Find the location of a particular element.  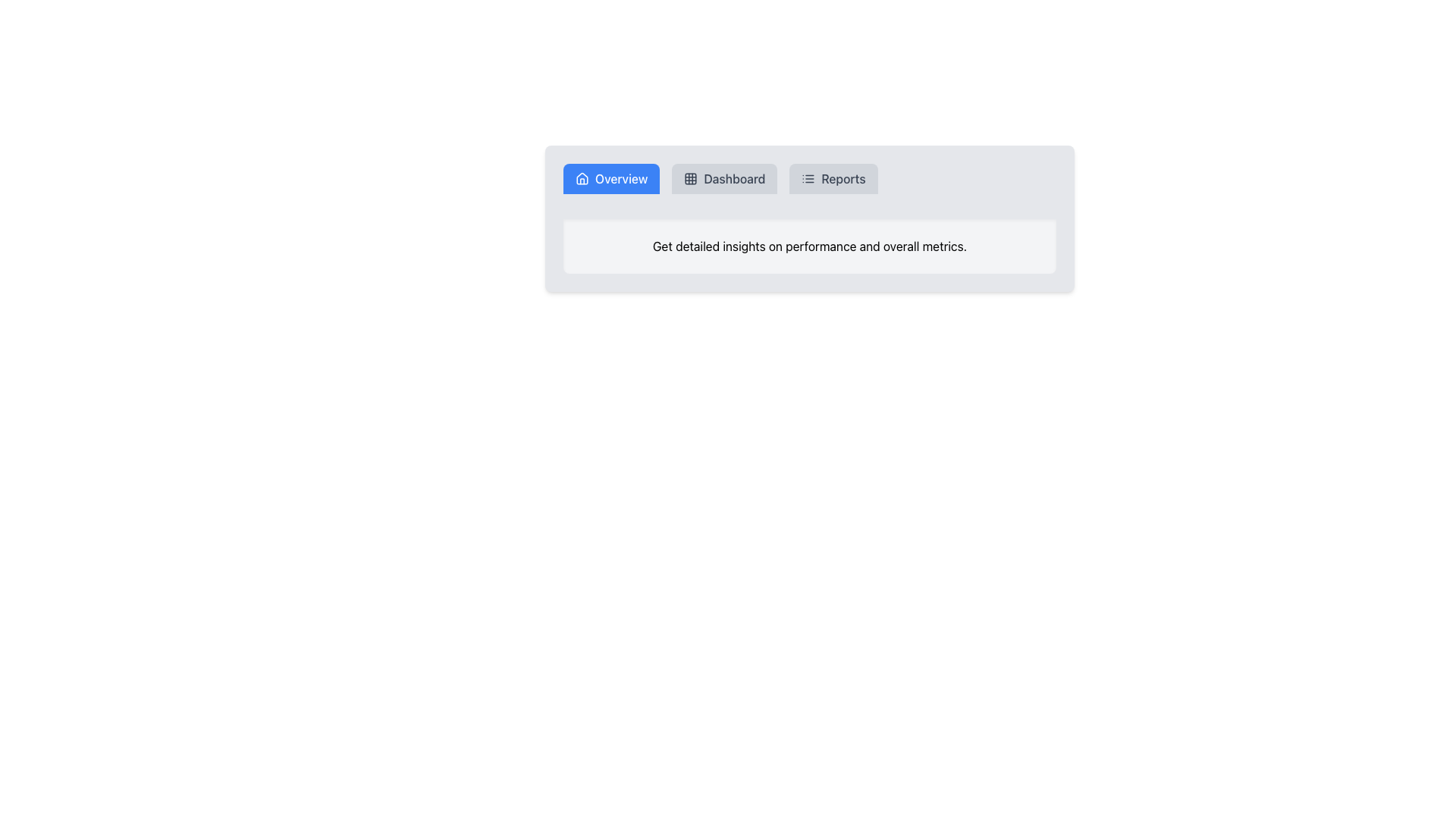

the 'Reports' button icon, which is positioned to the left of the text 'Reports' in the navigation bar is located at coordinates (808, 177).